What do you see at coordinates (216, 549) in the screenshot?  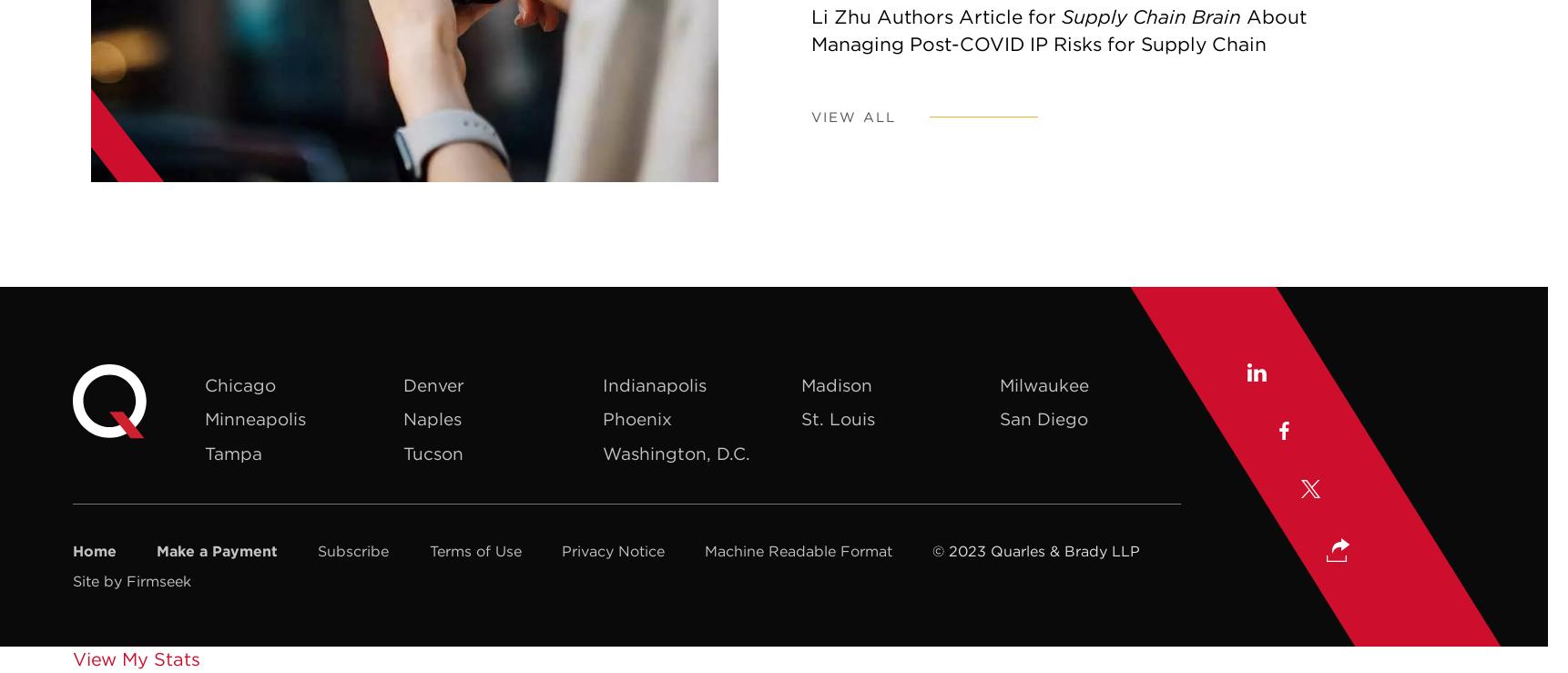 I see `'Make a Payment'` at bounding box center [216, 549].